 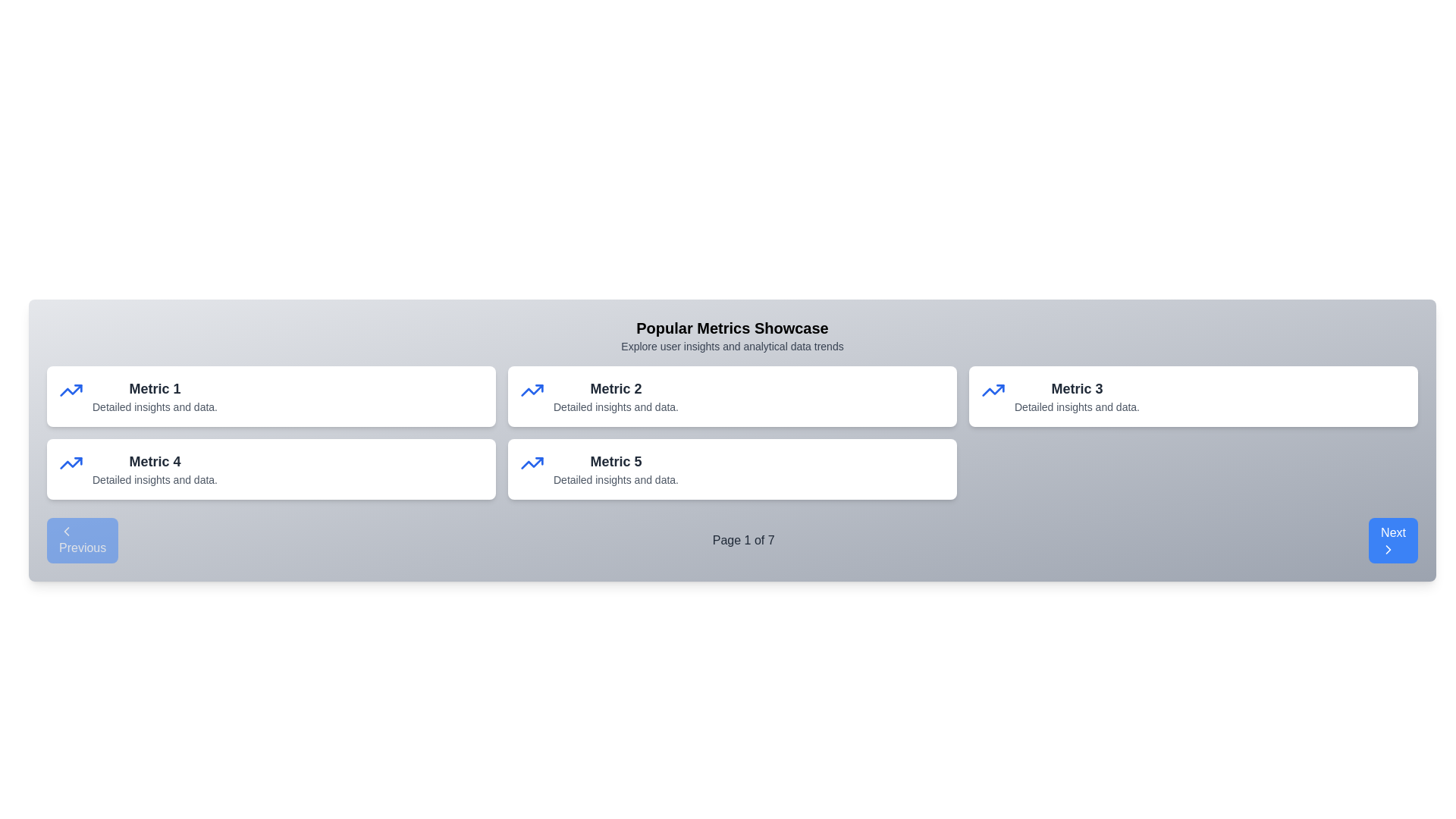 I want to click on the bold, dark gray text label displaying 'Metric 3', which is the third metric label in a horizontally arranged grid of metrics, so click(x=1076, y=388).